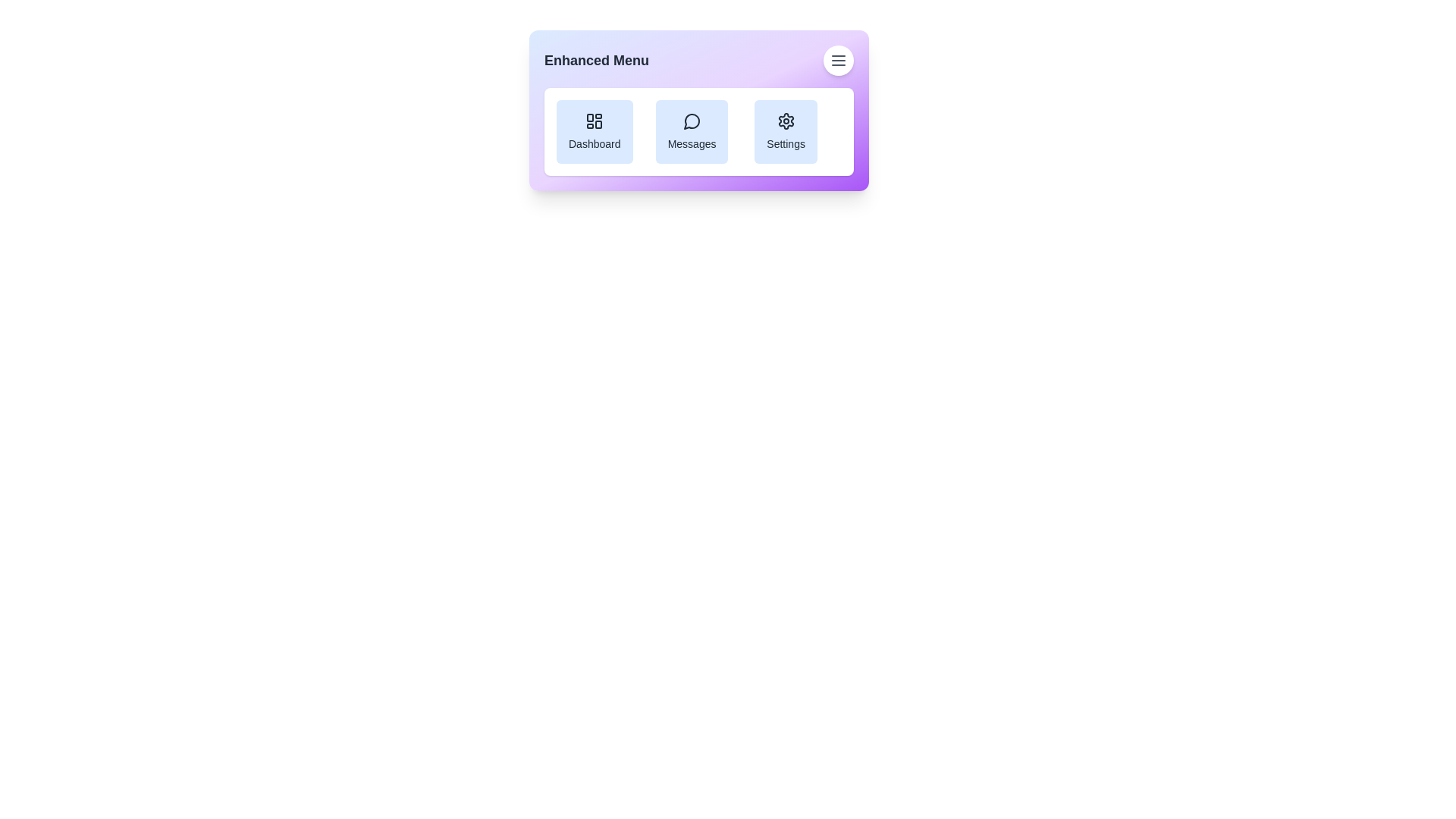 This screenshot has height=819, width=1456. I want to click on the 'Dashboard' button, so click(594, 130).